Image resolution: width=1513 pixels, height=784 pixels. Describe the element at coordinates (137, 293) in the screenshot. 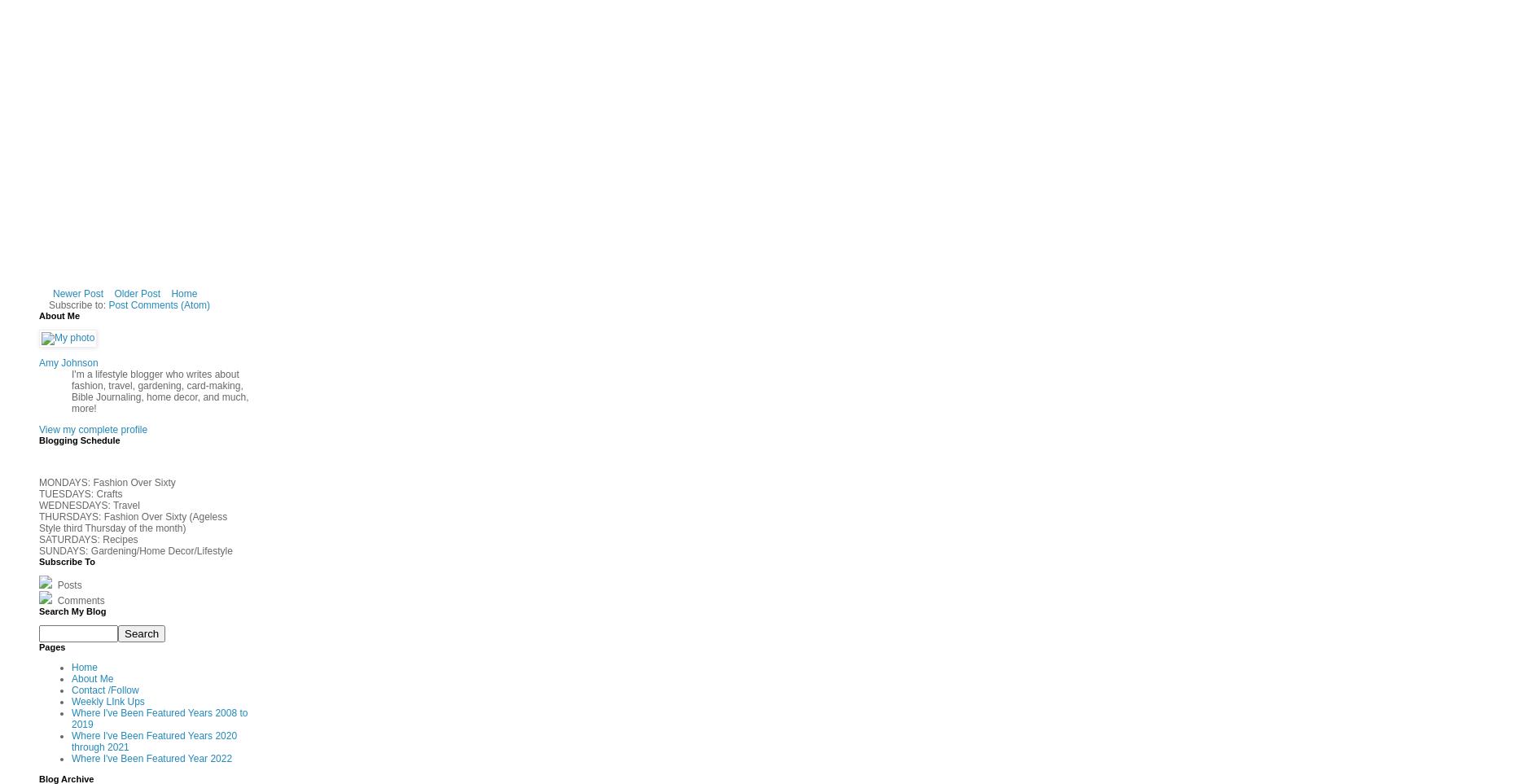

I see `'Older Post'` at that location.